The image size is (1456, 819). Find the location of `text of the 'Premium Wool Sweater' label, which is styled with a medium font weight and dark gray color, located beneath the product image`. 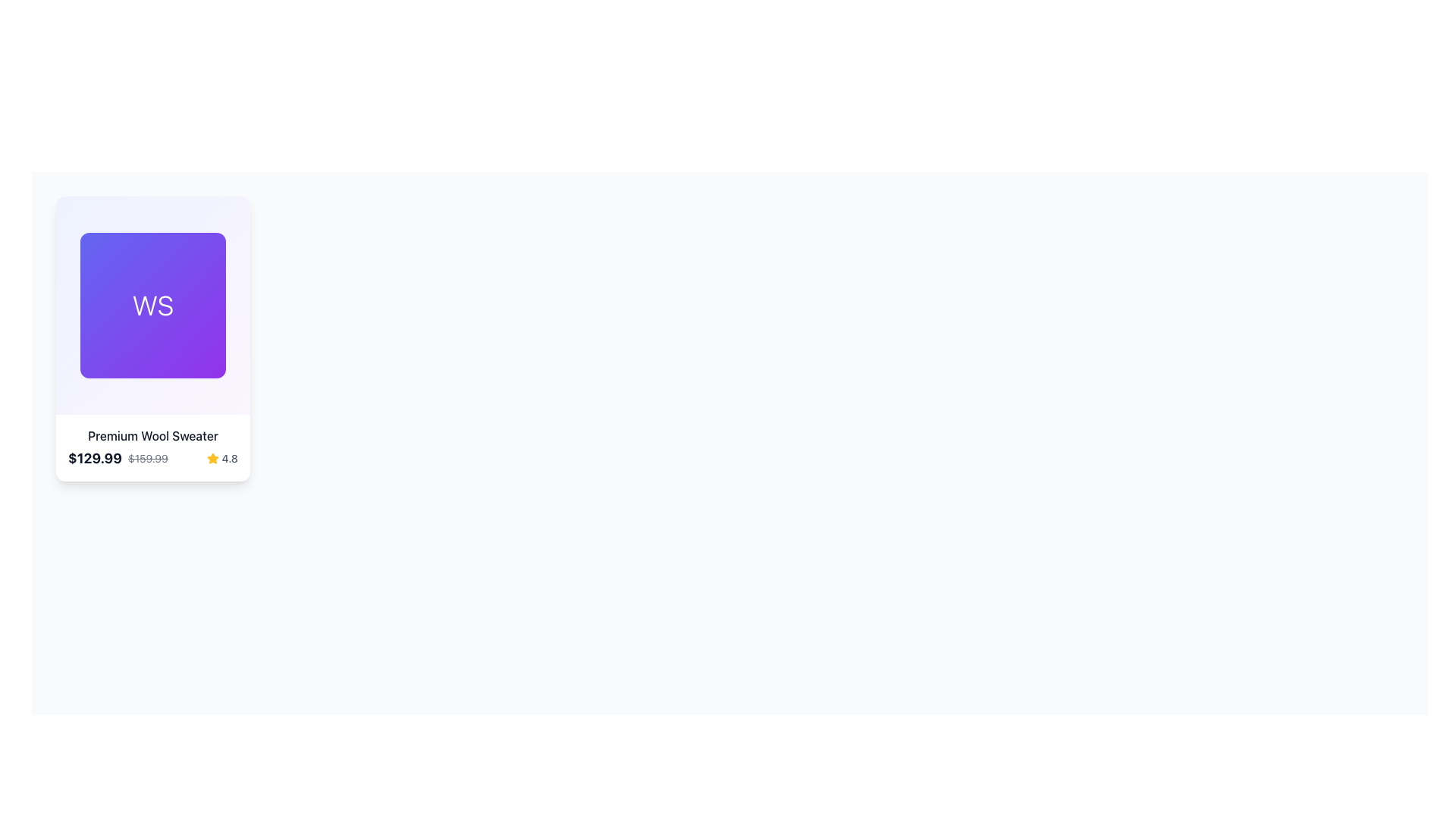

text of the 'Premium Wool Sweater' label, which is styled with a medium font weight and dark gray color, located beneath the product image is located at coordinates (152, 435).